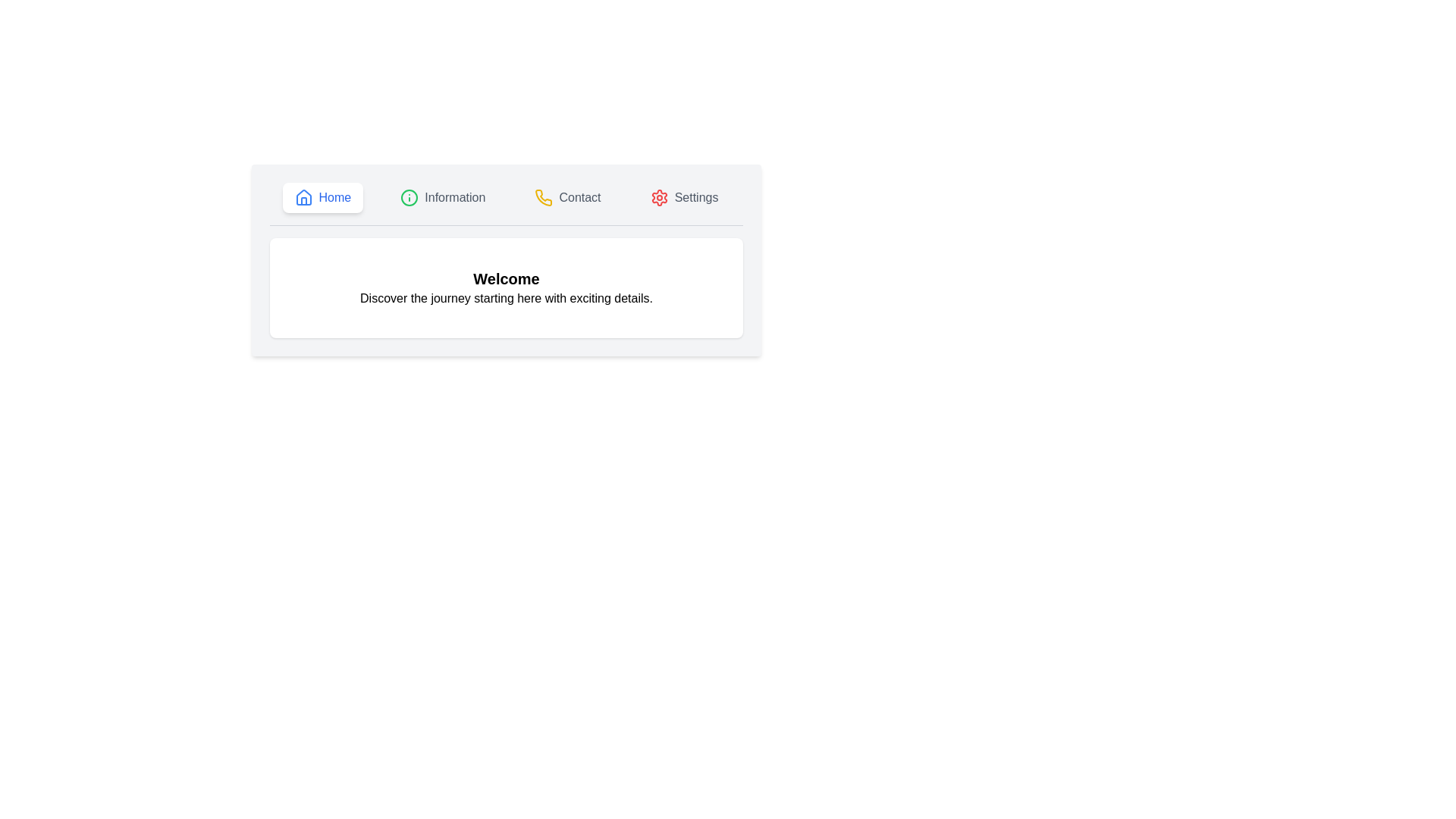 Image resolution: width=1456 pixels, height=819 pixels. Describe the element at coordinates (409, 197) in the screenshot. I see `the information icon located in the second position from the left in the top navigation bar` at that location.